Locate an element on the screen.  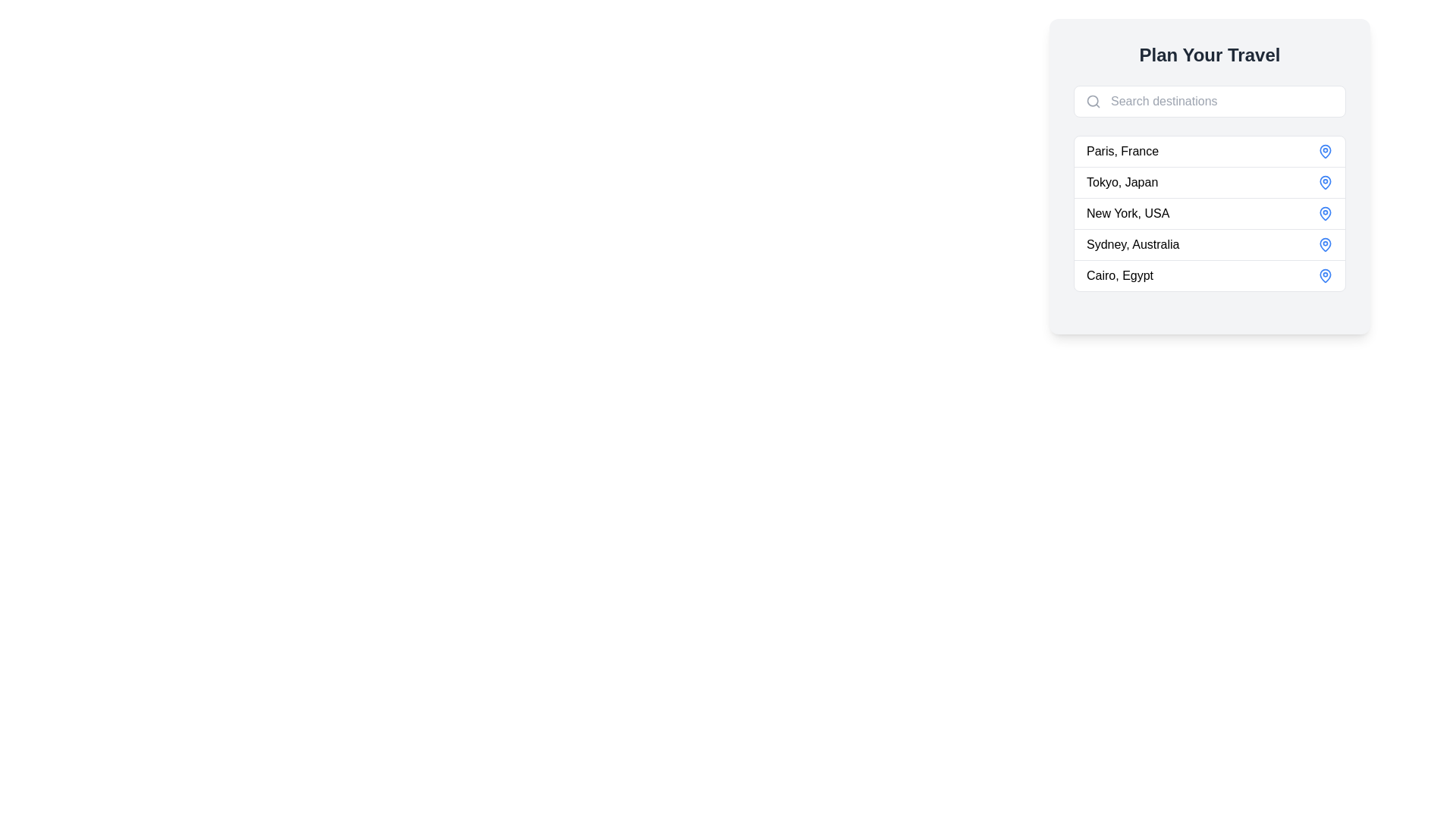
the magnifying glass icon located in the upper-left corner of the search input field in the 'Plan Your Travel' section is located at coordinates (1093, 102).